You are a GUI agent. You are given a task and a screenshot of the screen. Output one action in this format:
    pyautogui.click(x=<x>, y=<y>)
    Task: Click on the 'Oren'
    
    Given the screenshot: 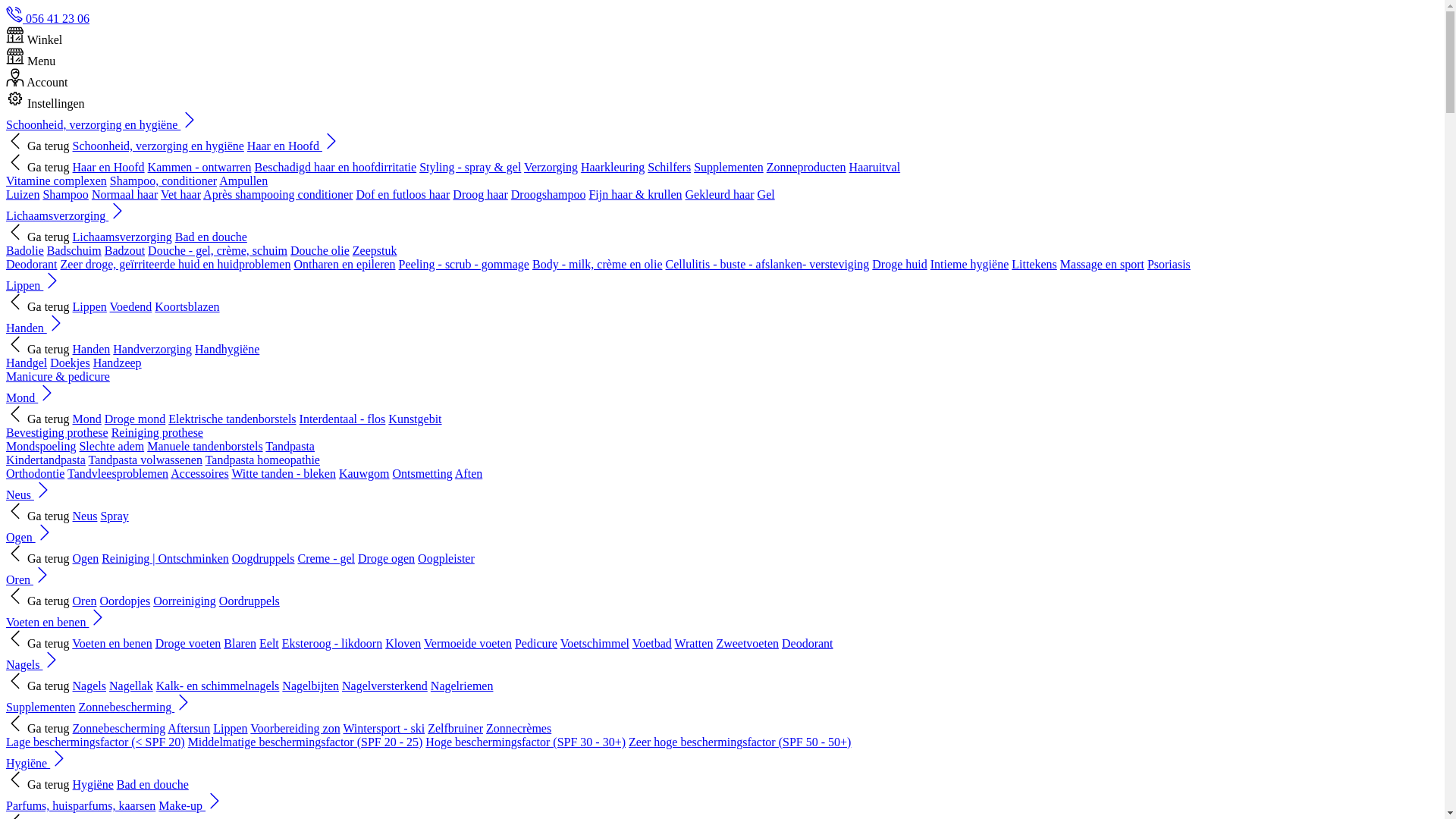 What is the action you would take?
    pyautogui.click(x=29, y=579)
    